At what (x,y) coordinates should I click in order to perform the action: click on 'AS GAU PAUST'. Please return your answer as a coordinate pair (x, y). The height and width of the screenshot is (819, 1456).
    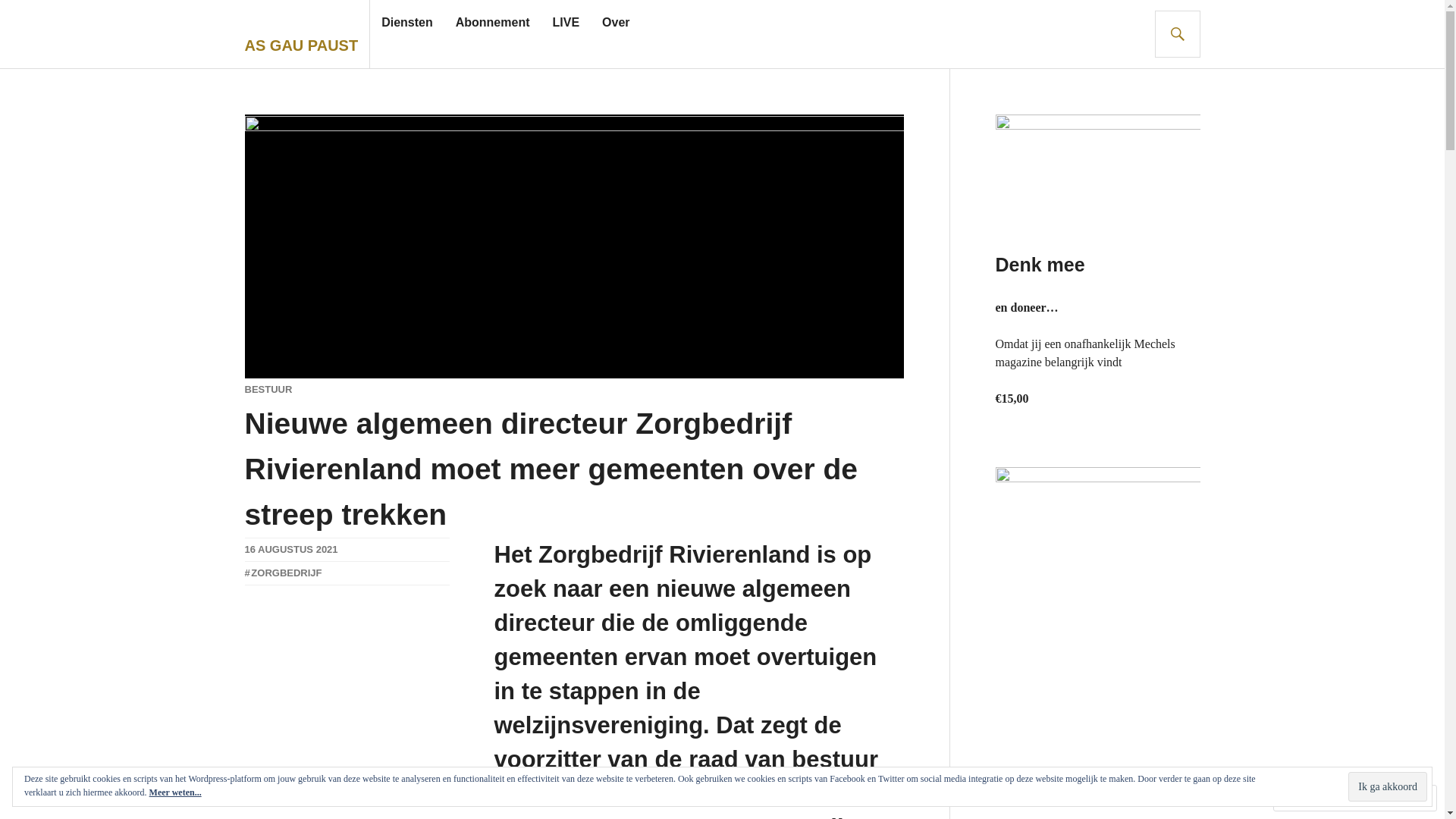
    Looking at the image, I should click on (301, 45).